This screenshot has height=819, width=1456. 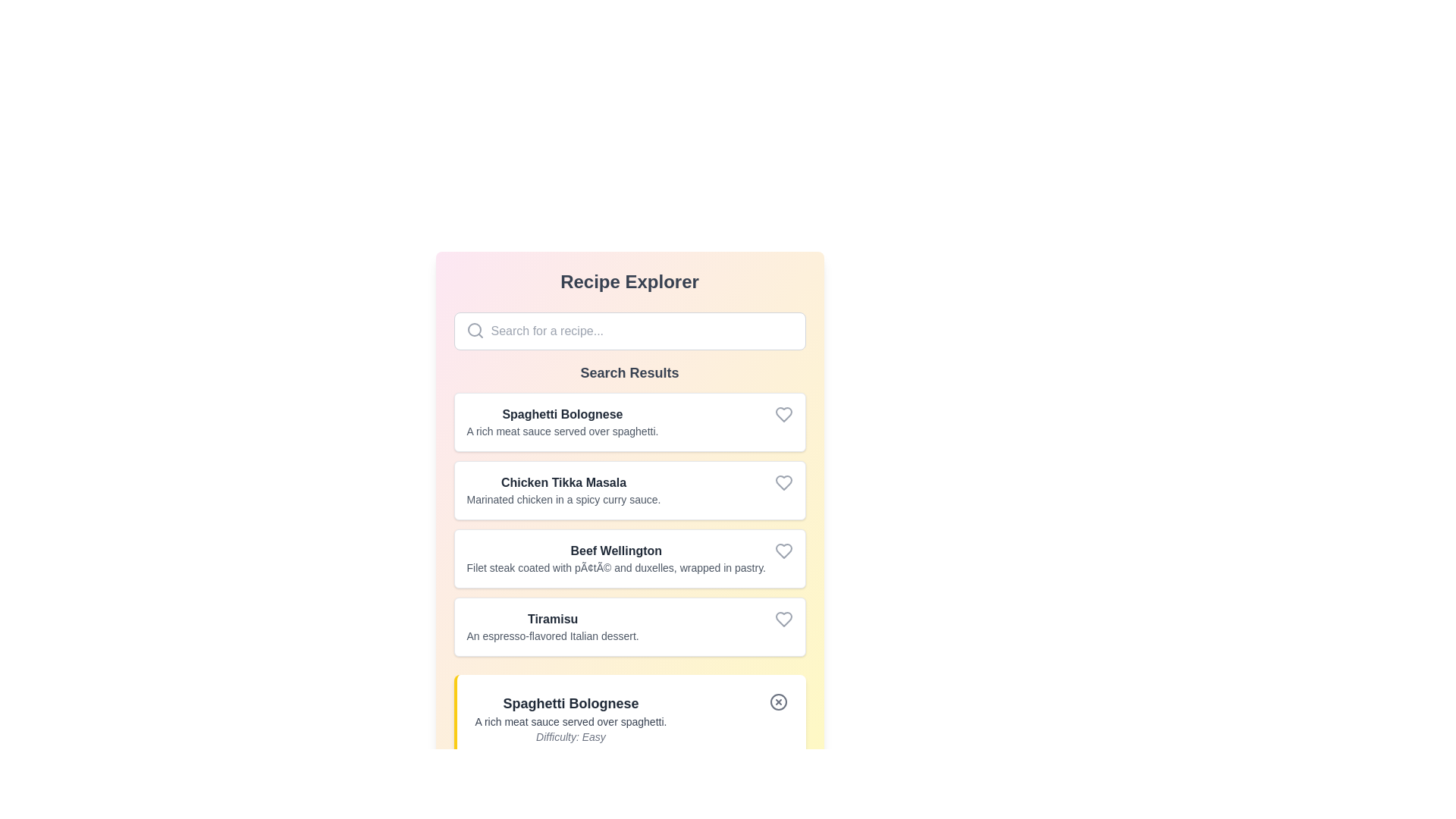 I want to click on the 'Search Results' label, which is a prominent textual label displayed in bold, dark gray font on a search results page, so click(x=629, y=373).